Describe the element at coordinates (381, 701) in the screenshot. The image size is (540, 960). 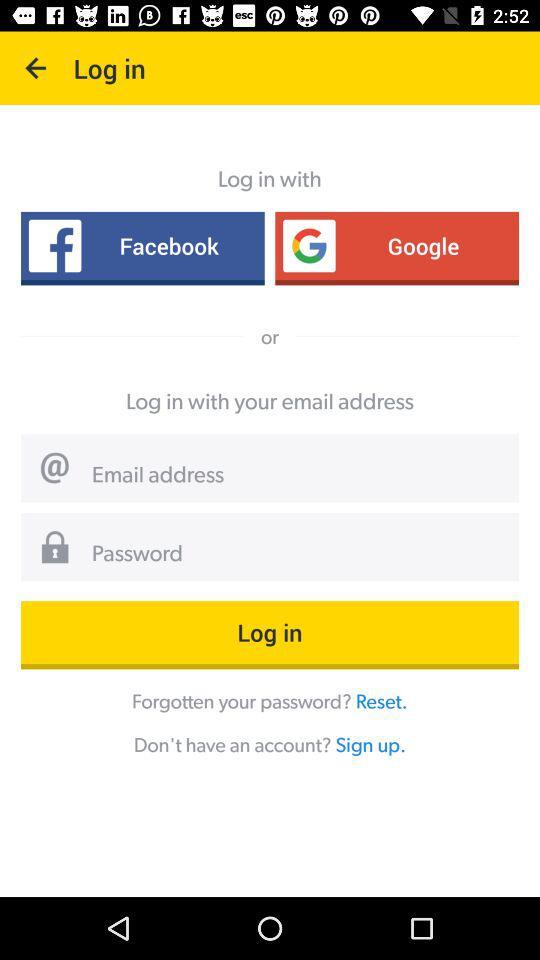
I see `item next to the forgotten your password?` at that location.